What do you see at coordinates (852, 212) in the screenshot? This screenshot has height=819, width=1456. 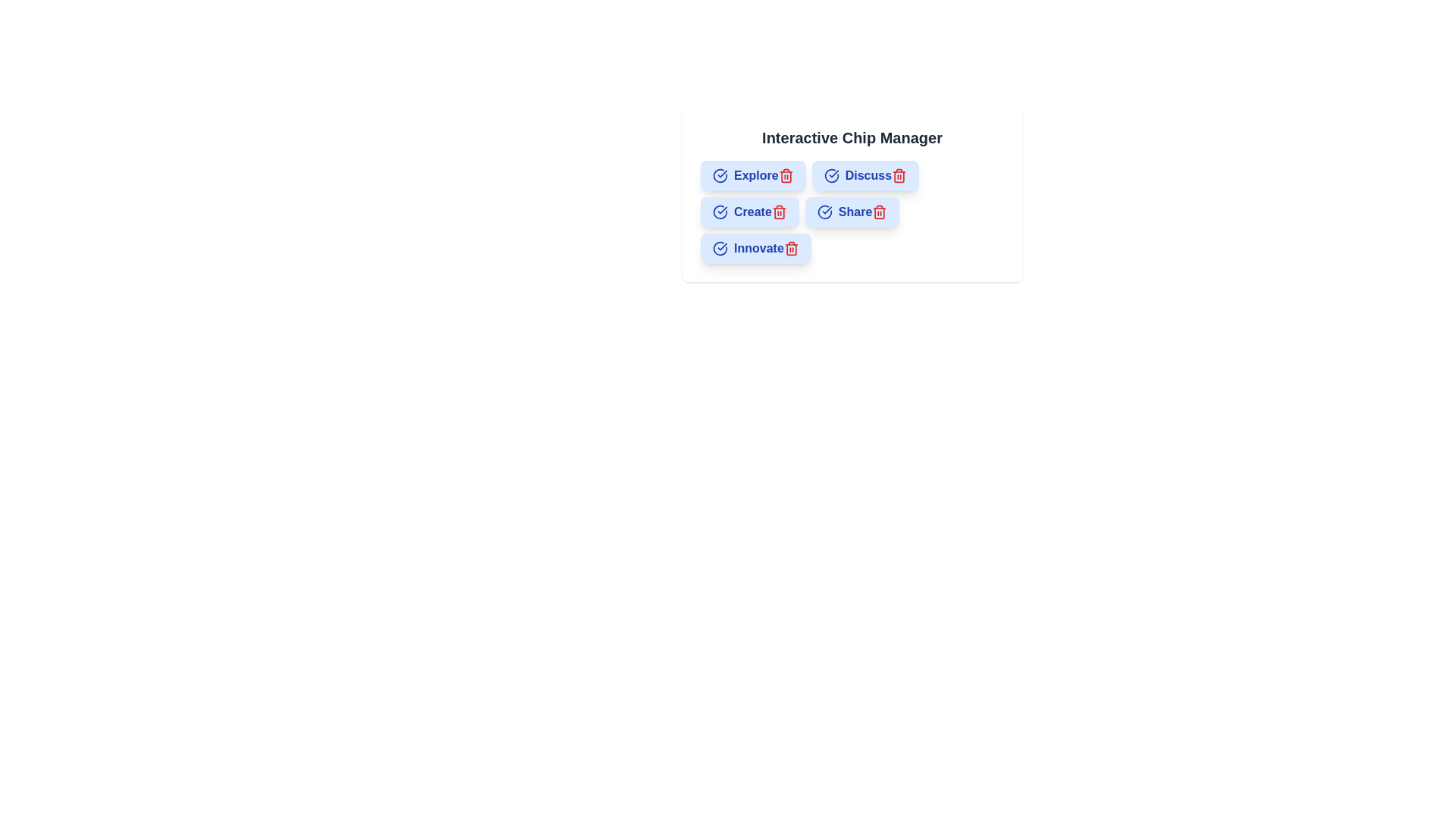 I see `the chip labeled Share` at bounding box center [852, 212].